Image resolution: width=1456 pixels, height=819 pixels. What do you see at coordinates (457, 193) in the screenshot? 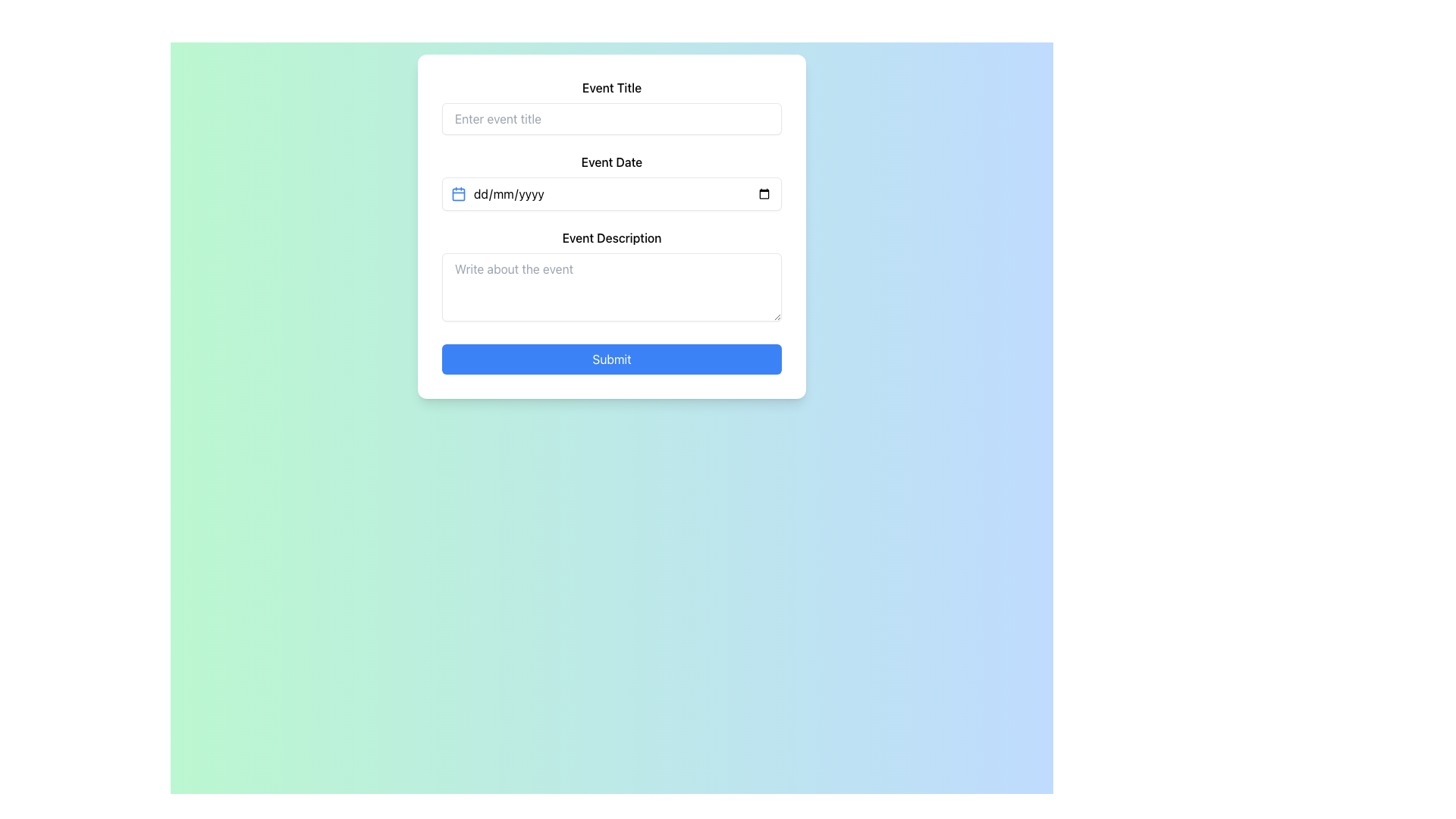
I see `the blue calendar icon located to the left of the 'Event Date' input field` at bounding box center [457, 193].